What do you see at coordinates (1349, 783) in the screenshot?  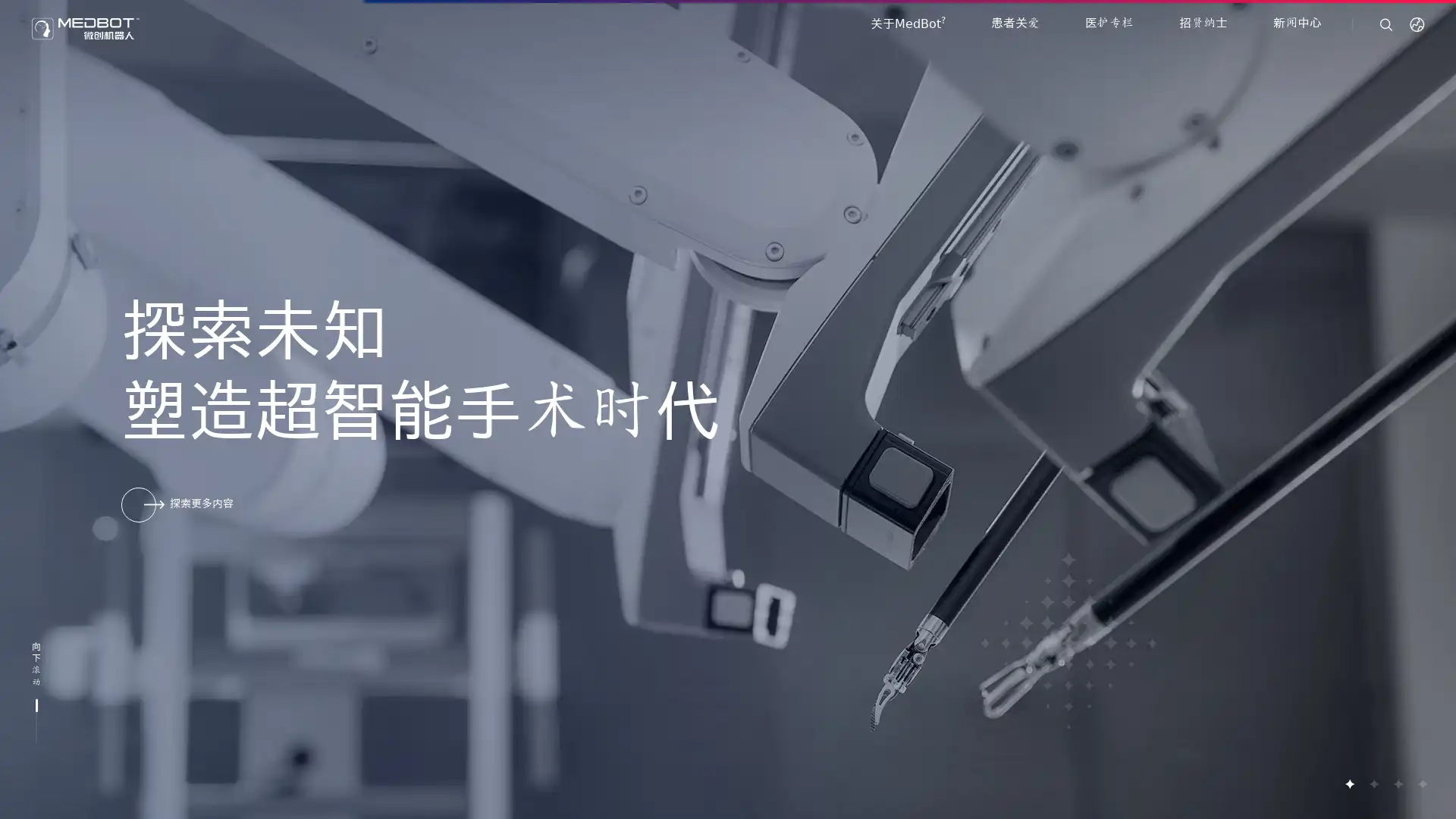 I see `Go to slide 1` at bounding box center [1349, 783].